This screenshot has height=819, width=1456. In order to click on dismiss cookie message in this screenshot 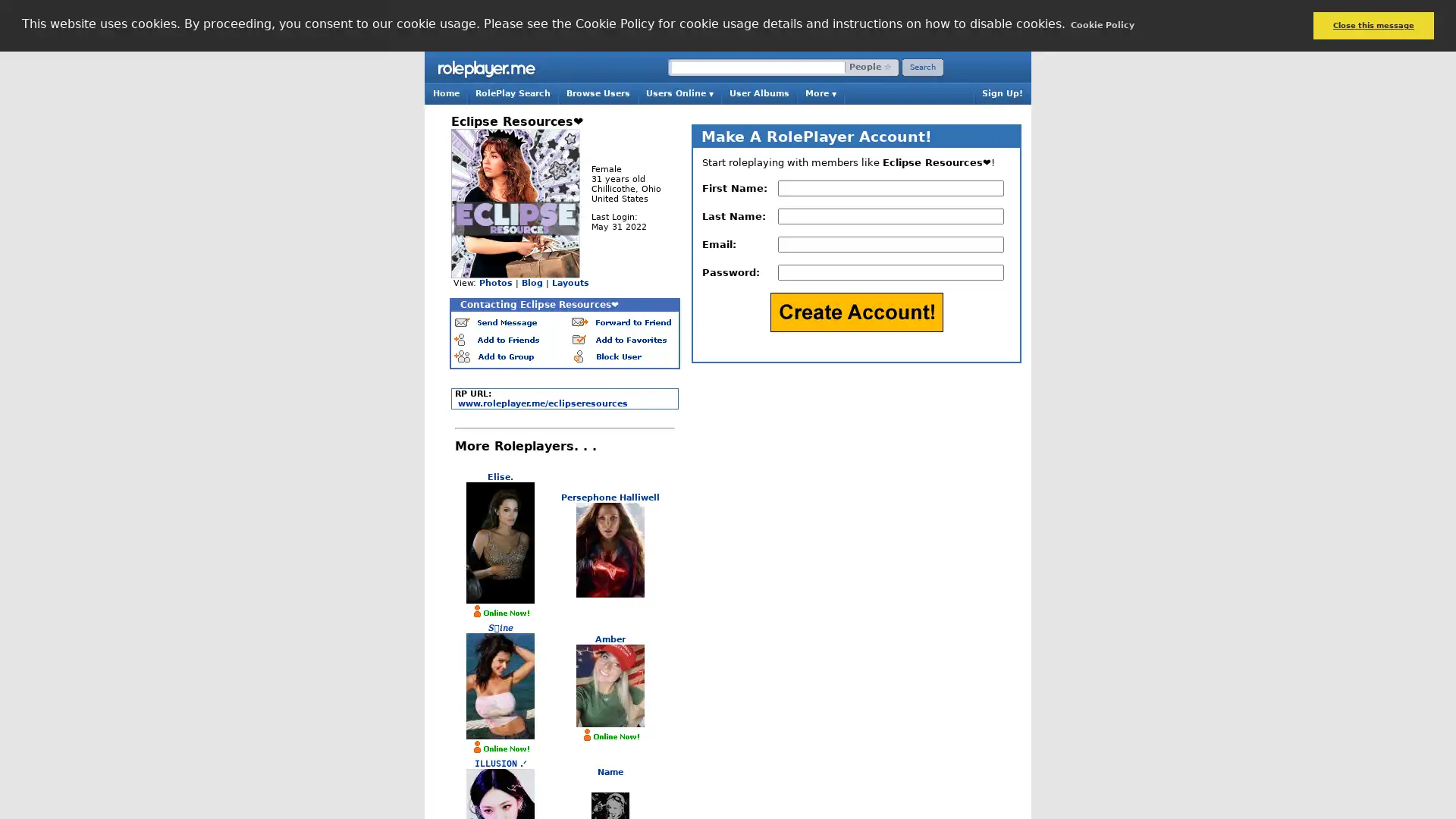, I will do `click(1373, 25)`.